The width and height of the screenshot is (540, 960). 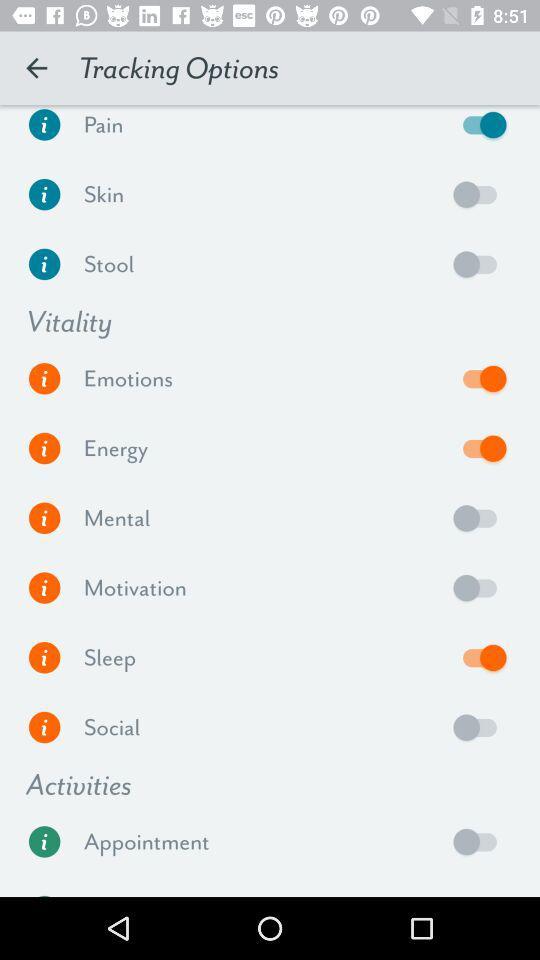 I want to click on energy vitality, so click(x=479, y=448).